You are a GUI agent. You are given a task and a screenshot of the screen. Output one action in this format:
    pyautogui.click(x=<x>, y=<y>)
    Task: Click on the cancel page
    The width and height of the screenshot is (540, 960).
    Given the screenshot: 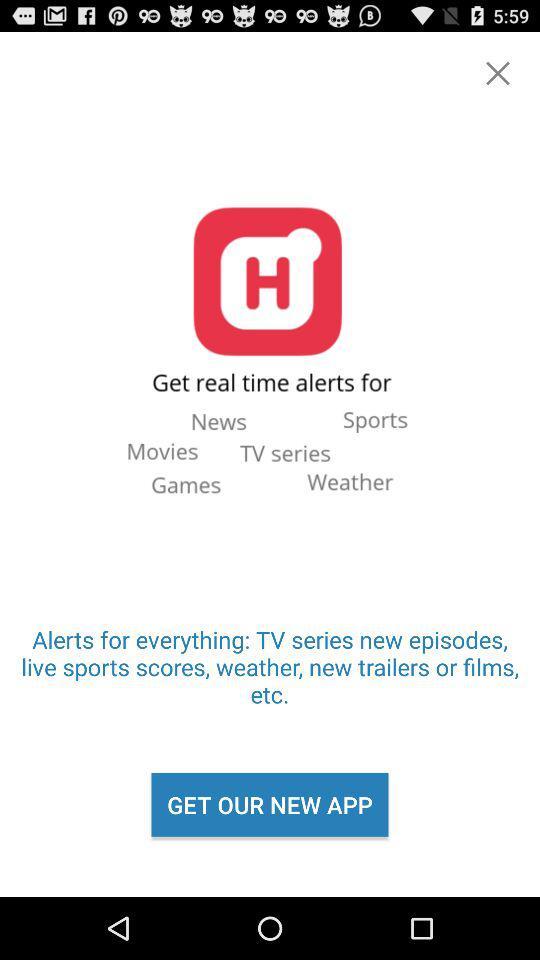 What is the action you would take?
    pyautogui.click(x=496, y=73)
    